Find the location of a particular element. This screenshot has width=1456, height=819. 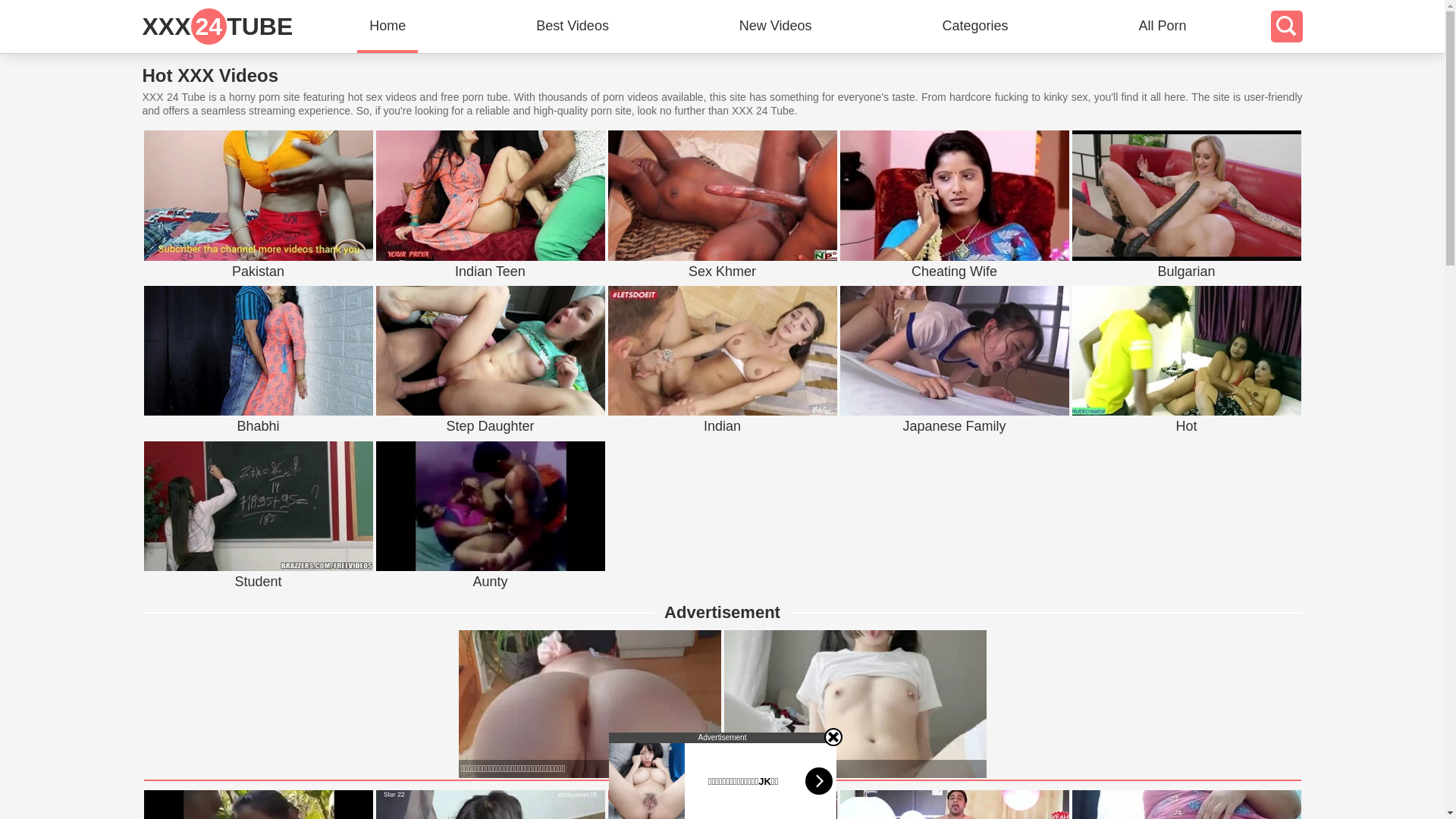

'Home' is located at coordinates (387, 26).